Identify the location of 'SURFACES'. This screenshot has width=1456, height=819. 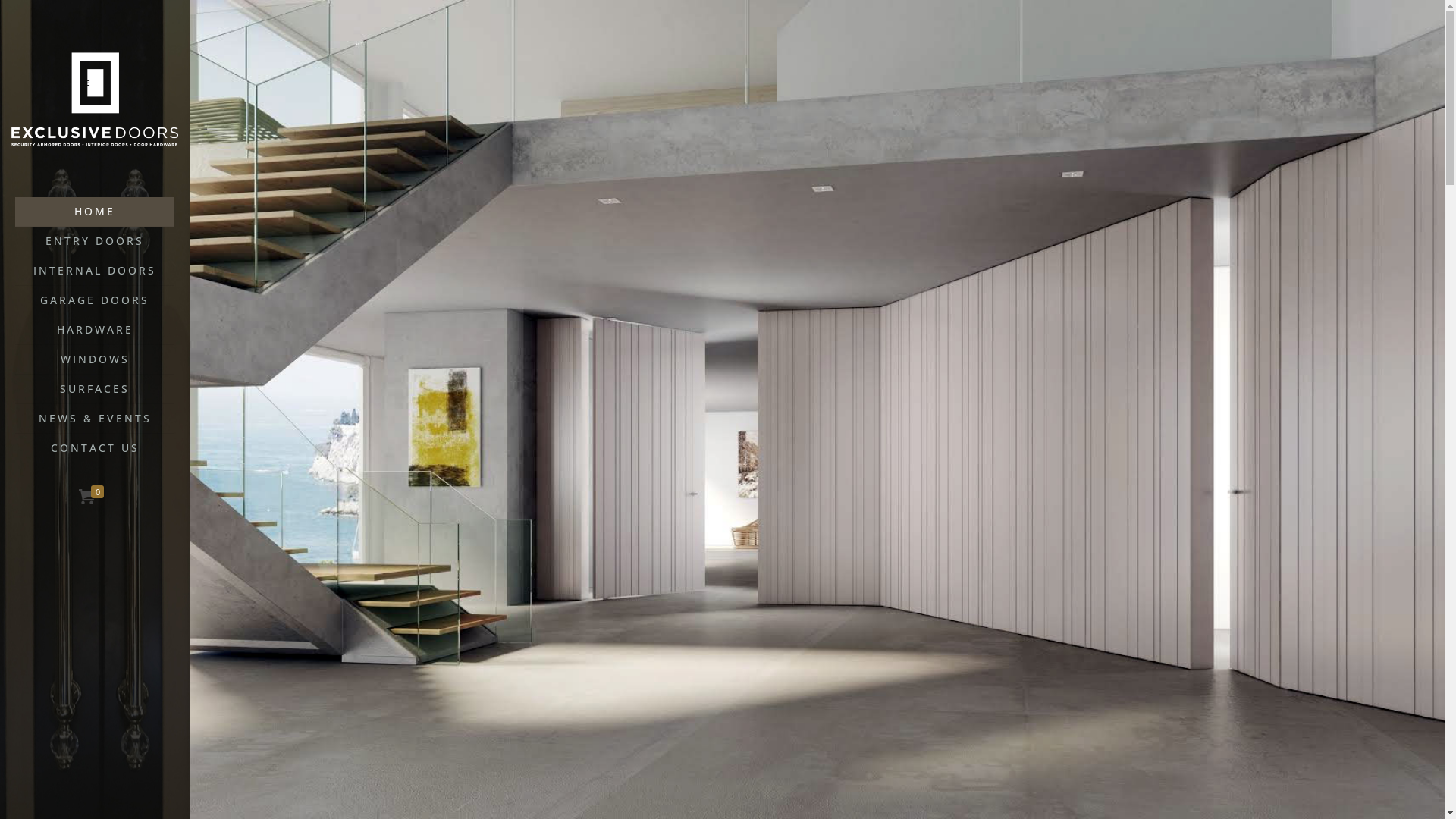
(14, 388).